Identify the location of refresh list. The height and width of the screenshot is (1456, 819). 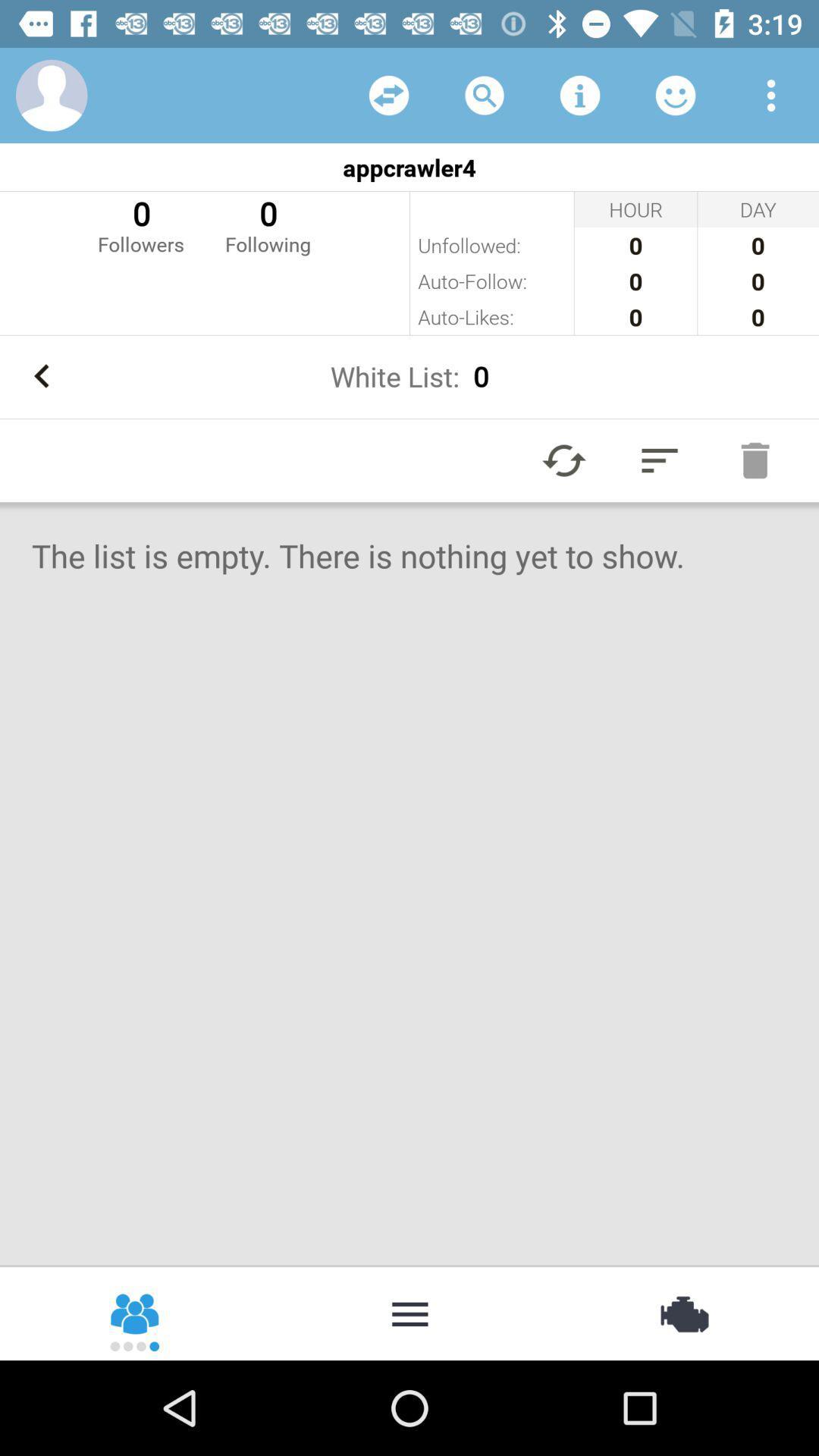
(564, 460).